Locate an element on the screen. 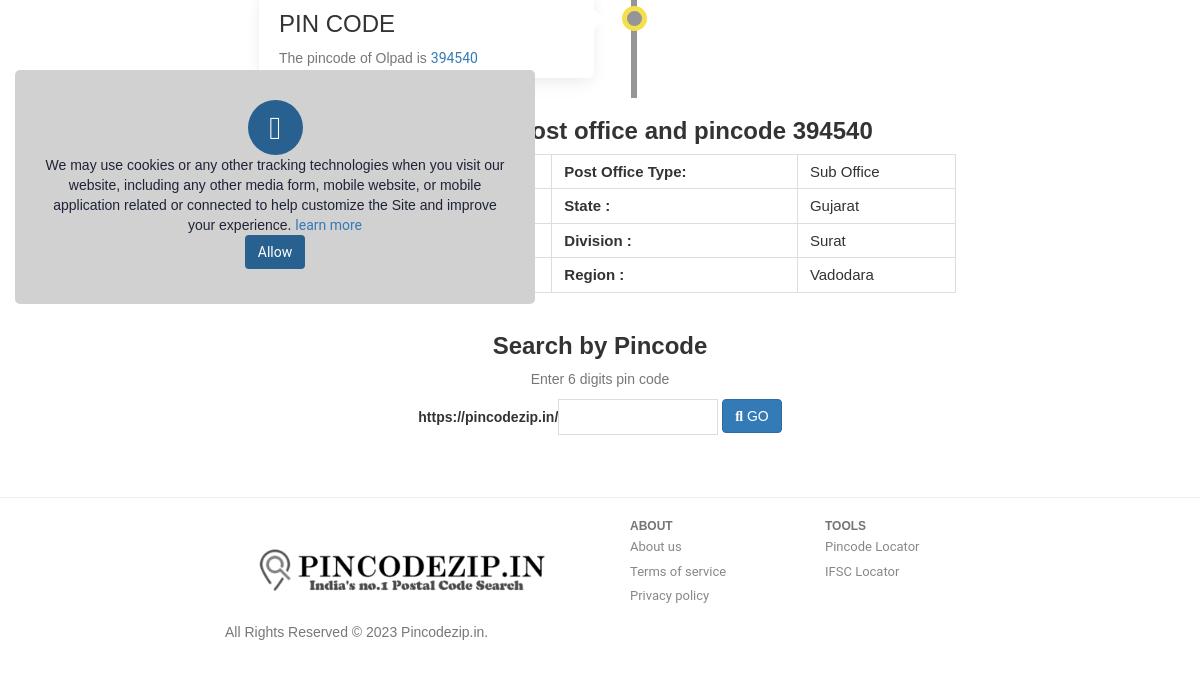 Image resolution: width=1200 pixels, height=681 pixels. 'Allow' is located at coordinates (273, 250).